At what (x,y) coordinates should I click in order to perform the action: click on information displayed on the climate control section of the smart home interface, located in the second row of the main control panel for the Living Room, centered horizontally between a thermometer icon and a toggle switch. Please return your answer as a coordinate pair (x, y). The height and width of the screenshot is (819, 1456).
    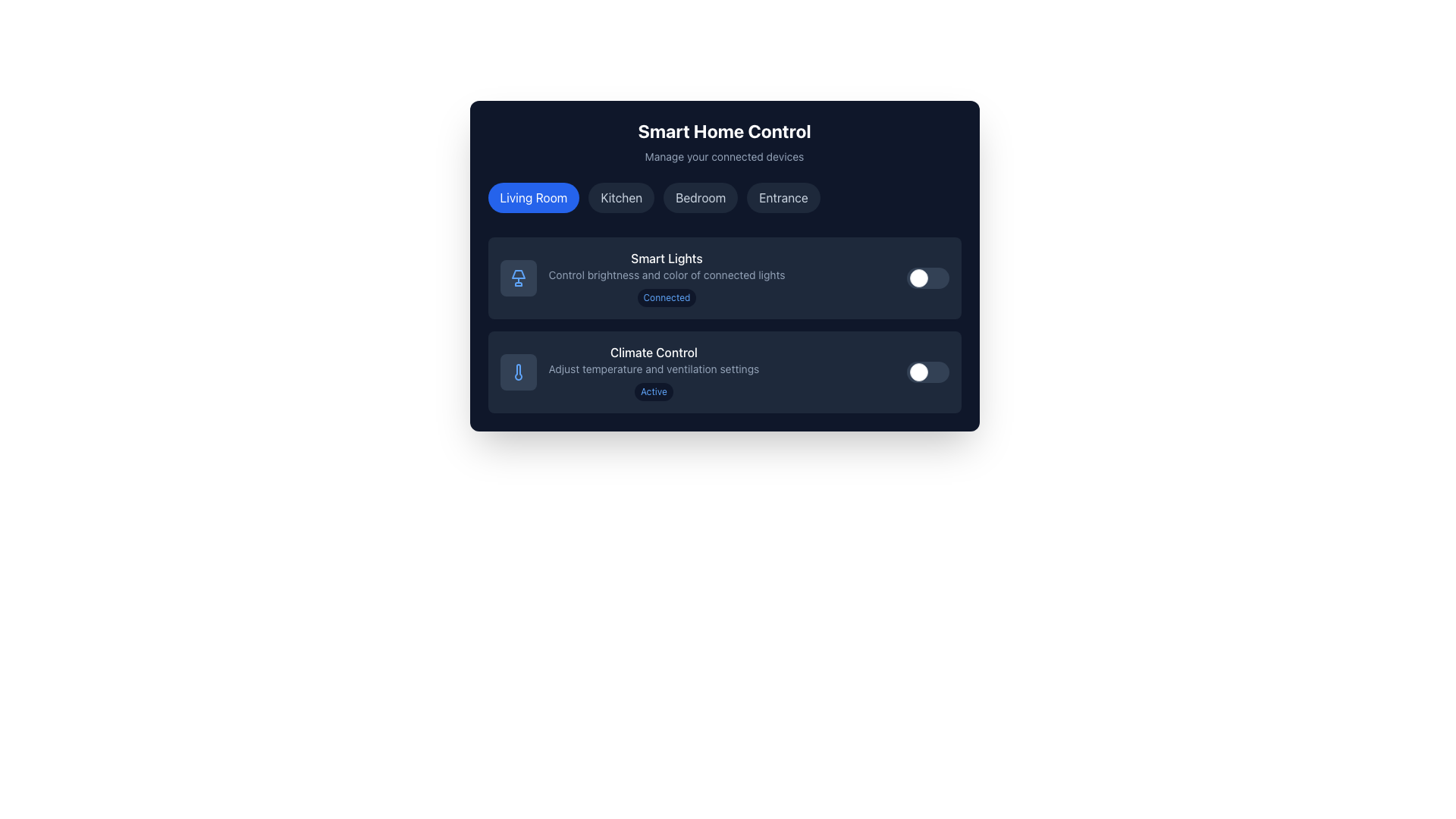
    Looking at the image, I should click on (654, 372).